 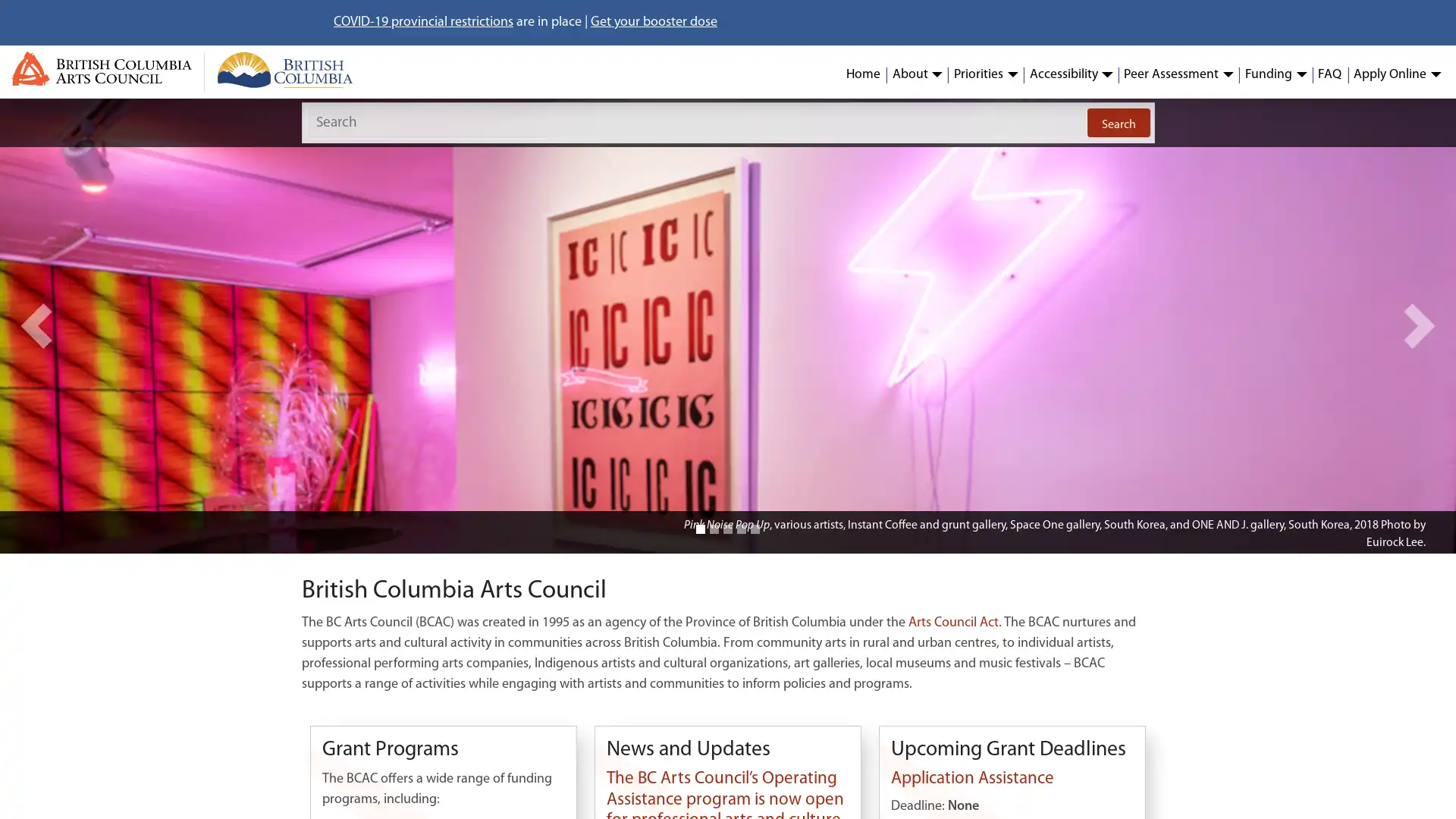 What do you see at coordinates (1118, 122) in the screenshot?
I see `Search` at bounding box center [1118, 122].